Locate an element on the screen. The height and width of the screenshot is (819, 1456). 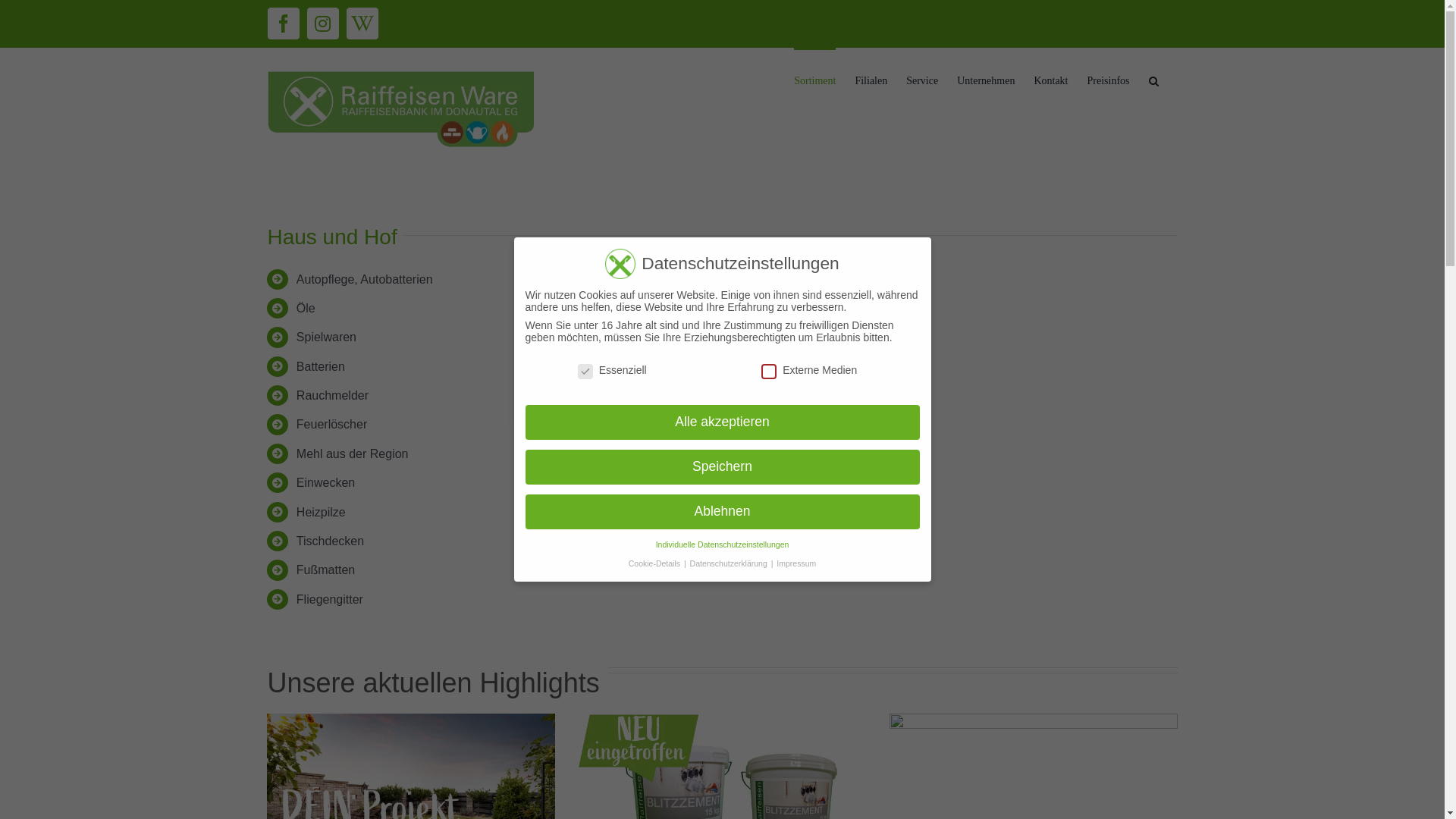
'Impressum' is located at coordinates (795, 562).